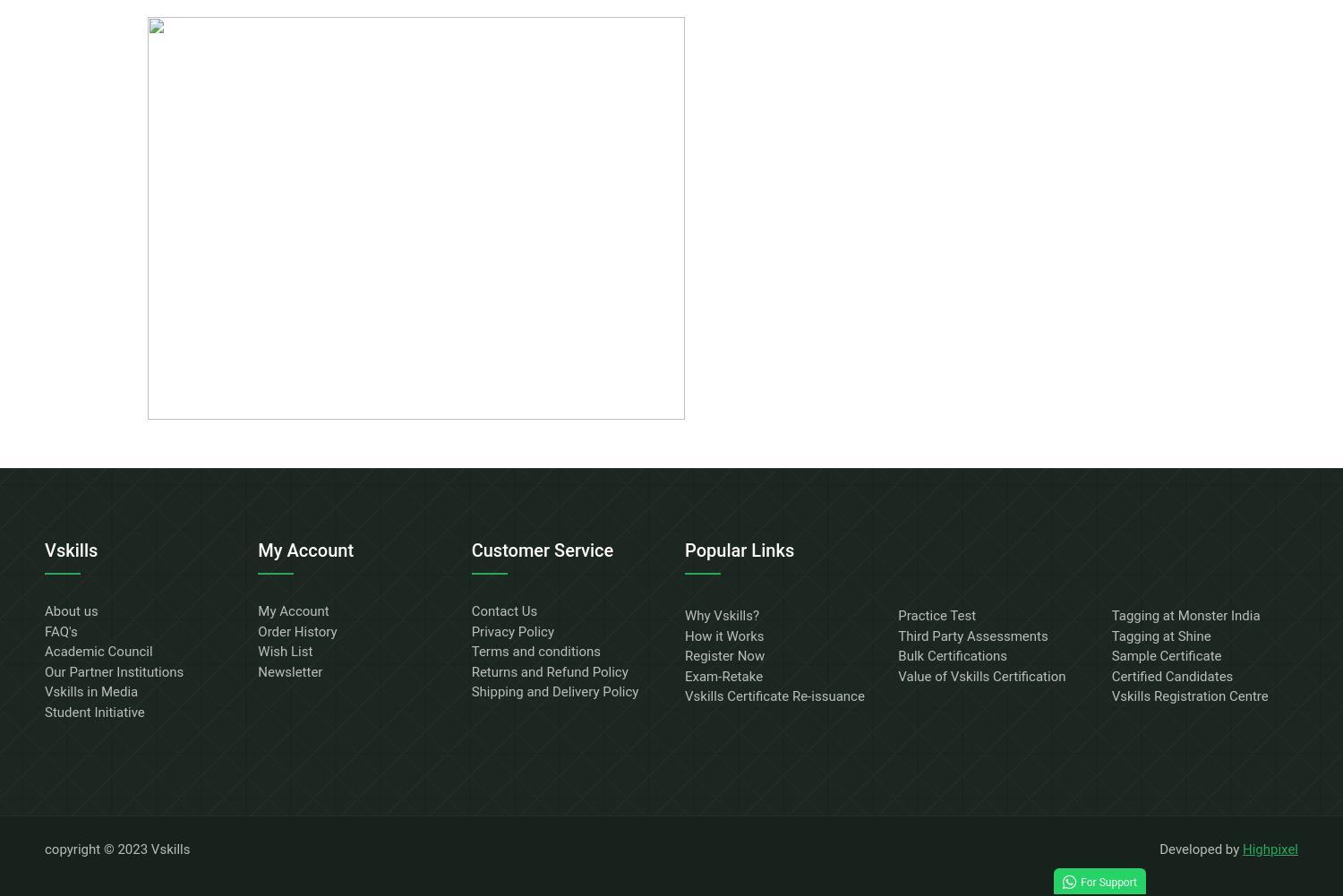  Describe the element at coordinates (44, 671) in the screenshot. I see `'Our Partner Institutions'` at that location.